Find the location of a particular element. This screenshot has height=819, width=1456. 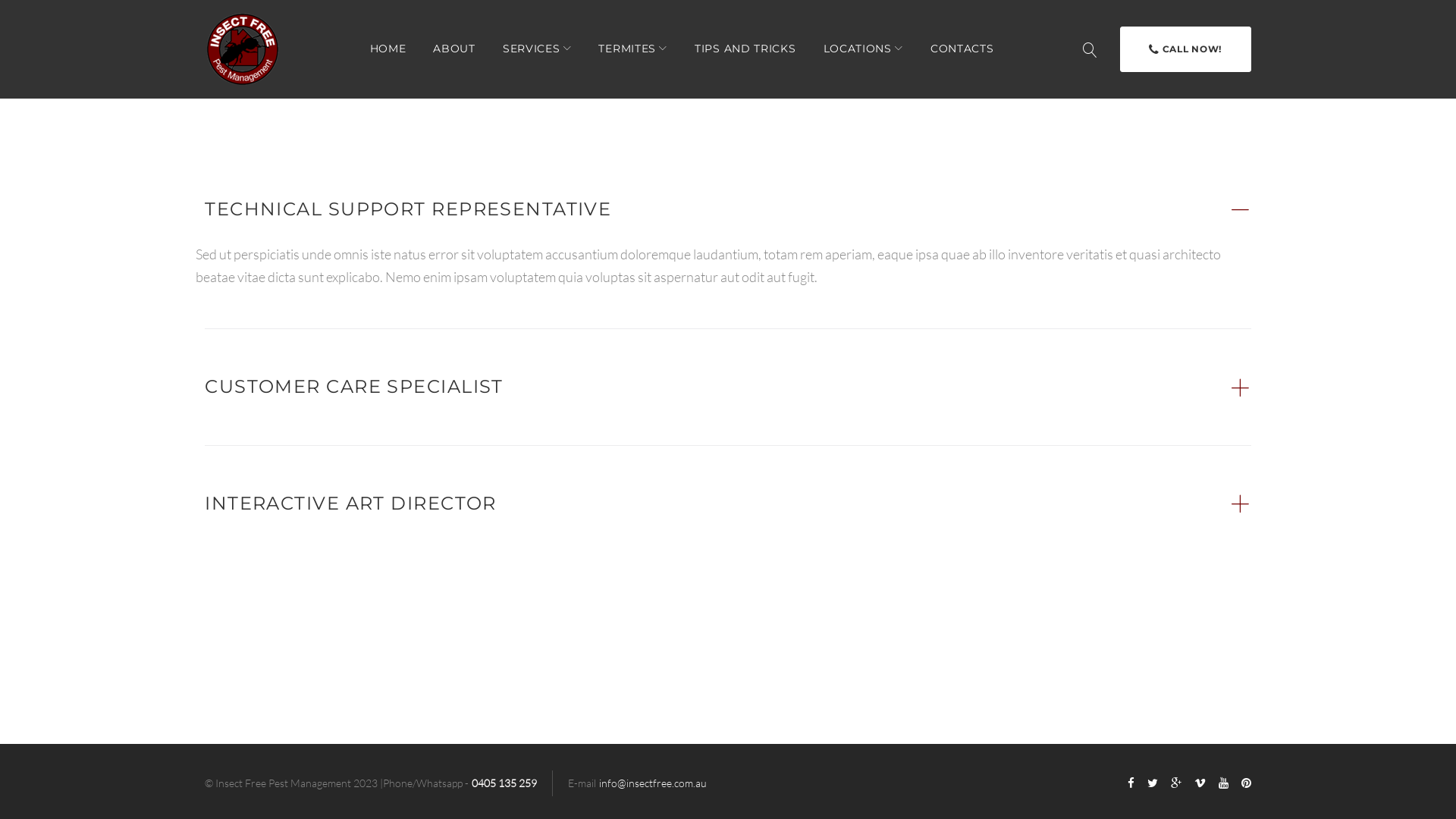

'YouTube' is located at coordinates (1223, 783).